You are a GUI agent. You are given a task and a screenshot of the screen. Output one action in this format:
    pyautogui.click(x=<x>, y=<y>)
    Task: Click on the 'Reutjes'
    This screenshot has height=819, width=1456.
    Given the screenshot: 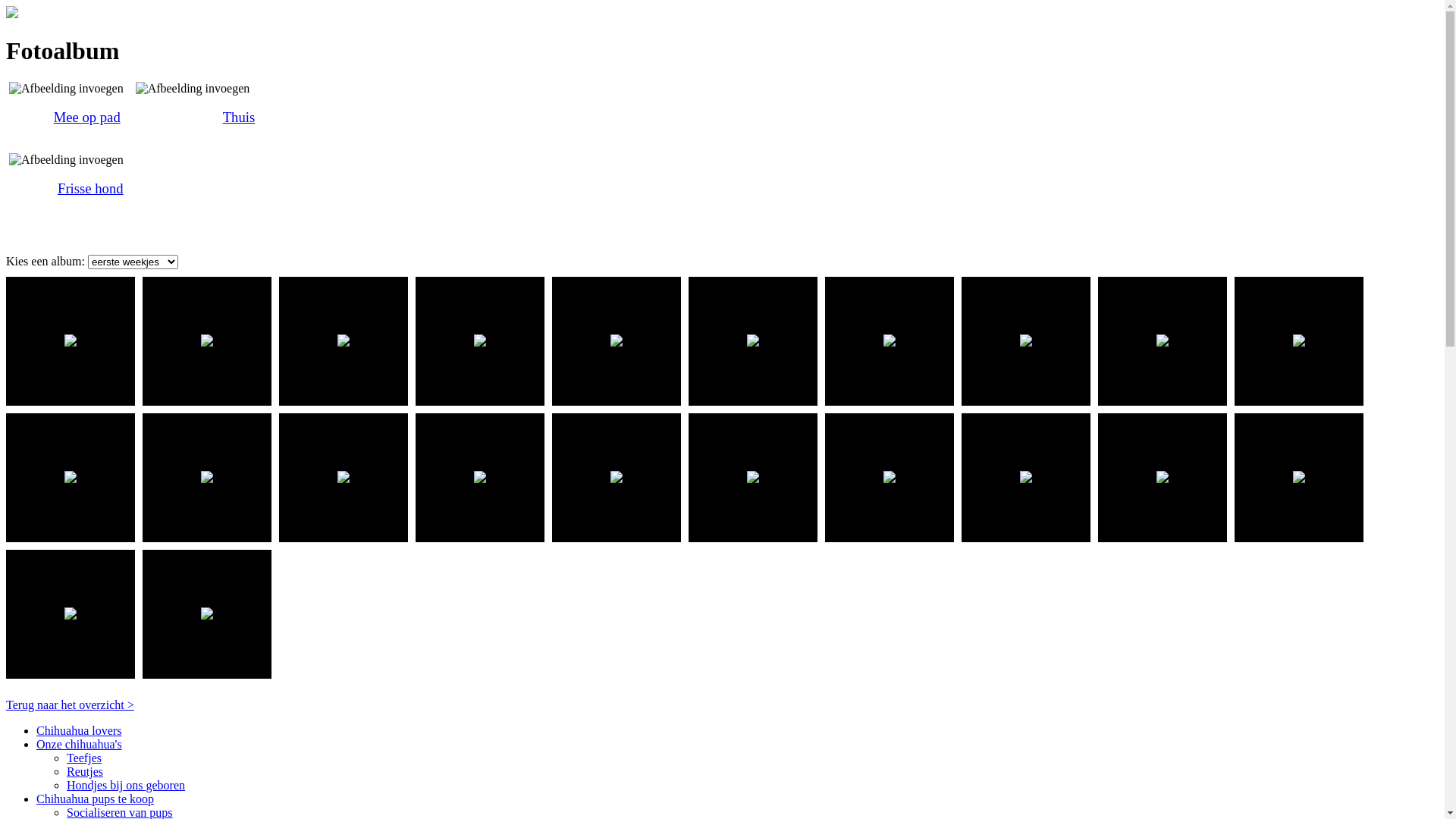 What is the action you would take?
    pyautogui.click(x=65, y=771)
    